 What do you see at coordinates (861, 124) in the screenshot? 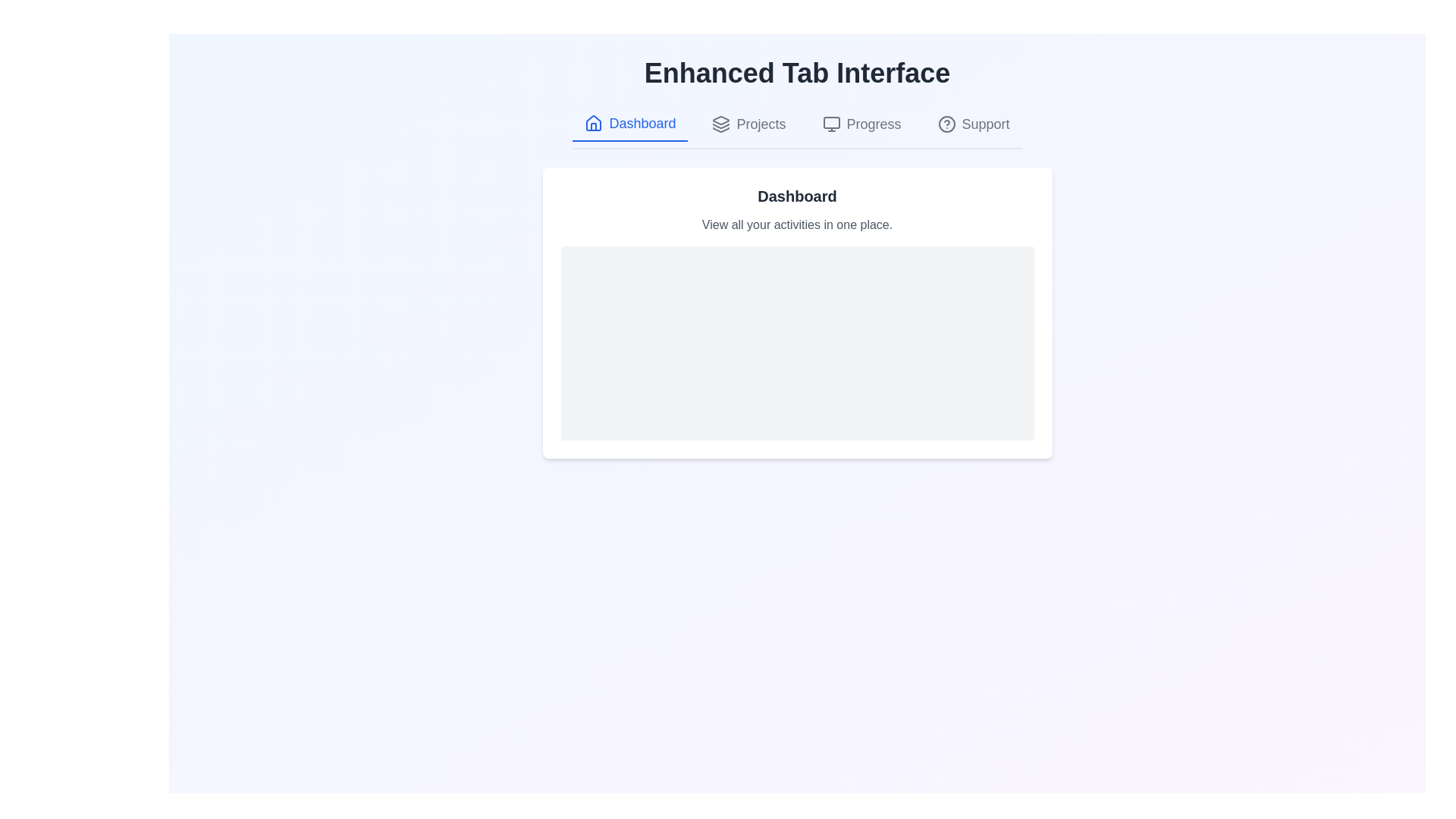
I see `the tab labeled Progress to observe the hover effect` at bounding box center [861, 124].